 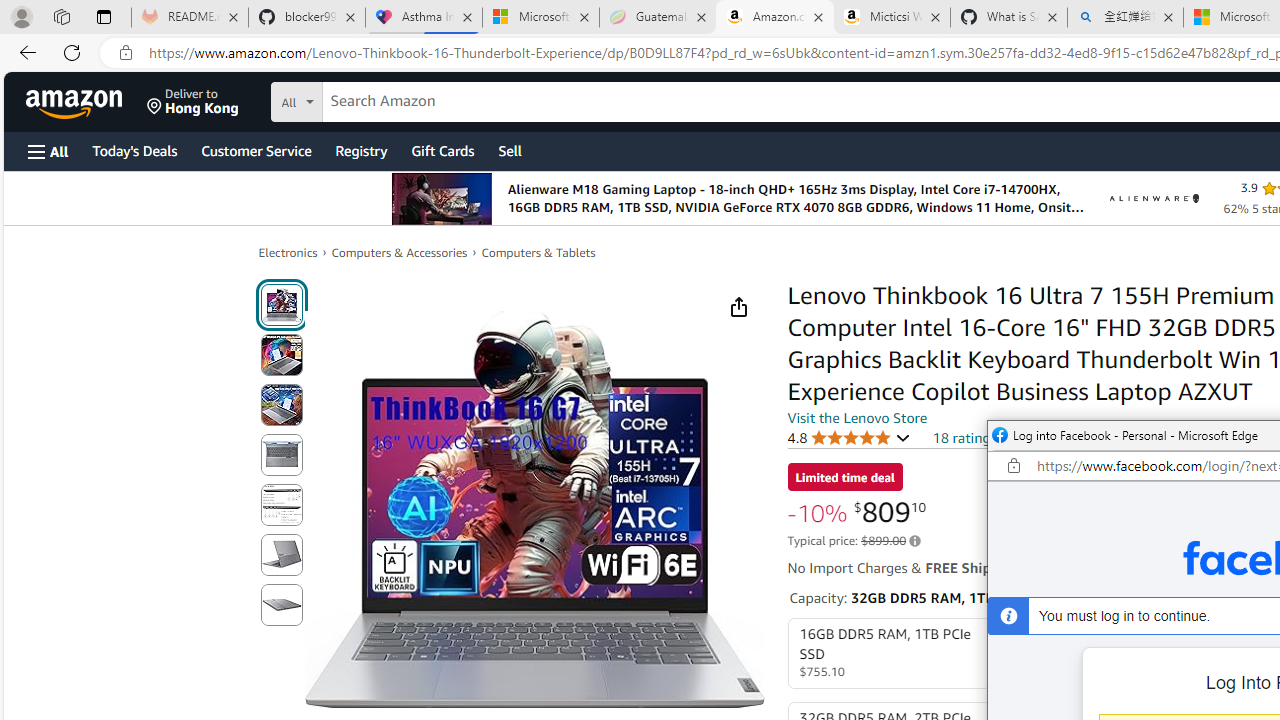 I want to click on 'Deliver to Hong Kong', so click(x=193, y=101).